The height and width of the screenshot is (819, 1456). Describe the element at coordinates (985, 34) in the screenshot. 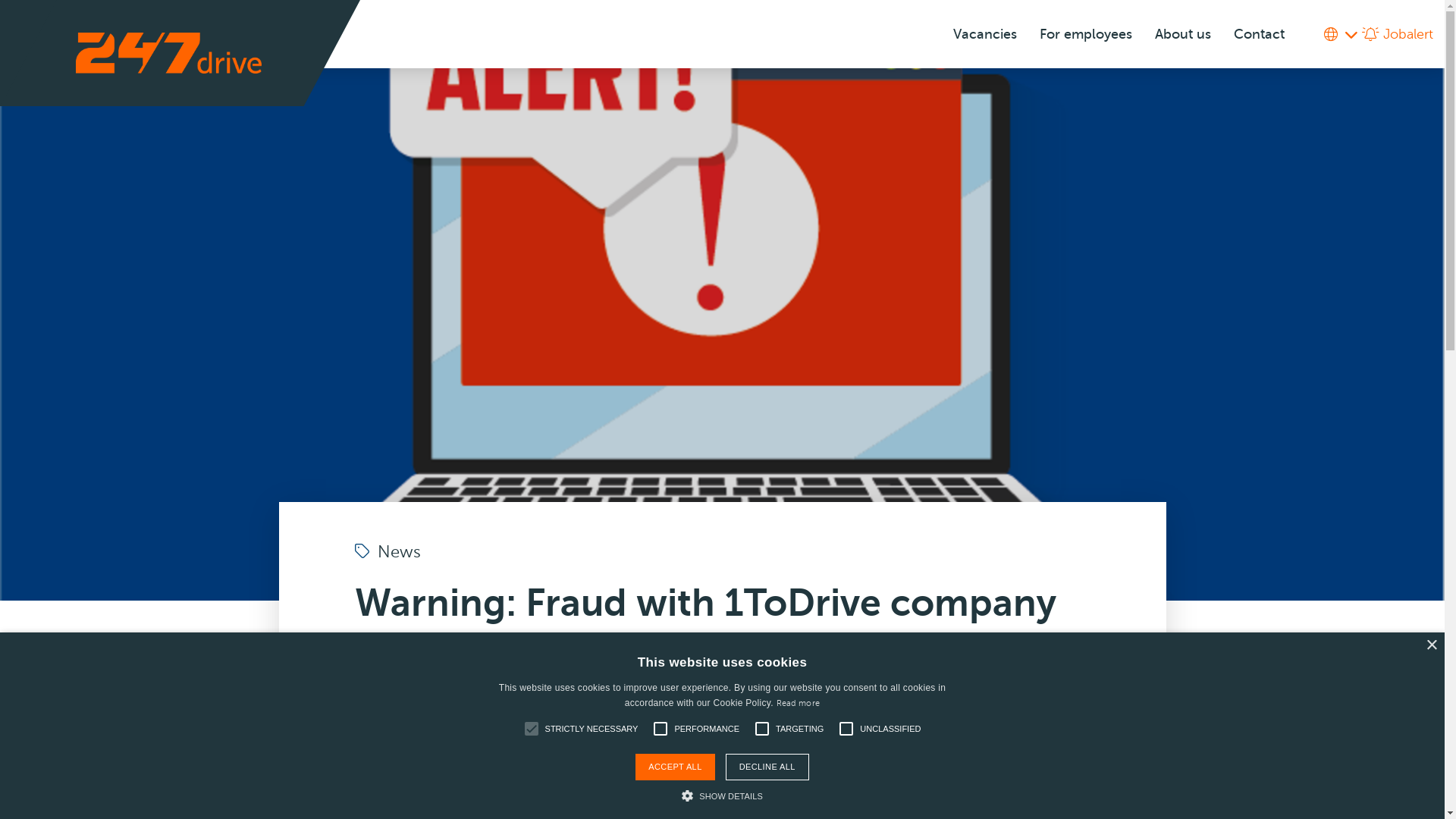

I see `'Vacancies'` at that location.